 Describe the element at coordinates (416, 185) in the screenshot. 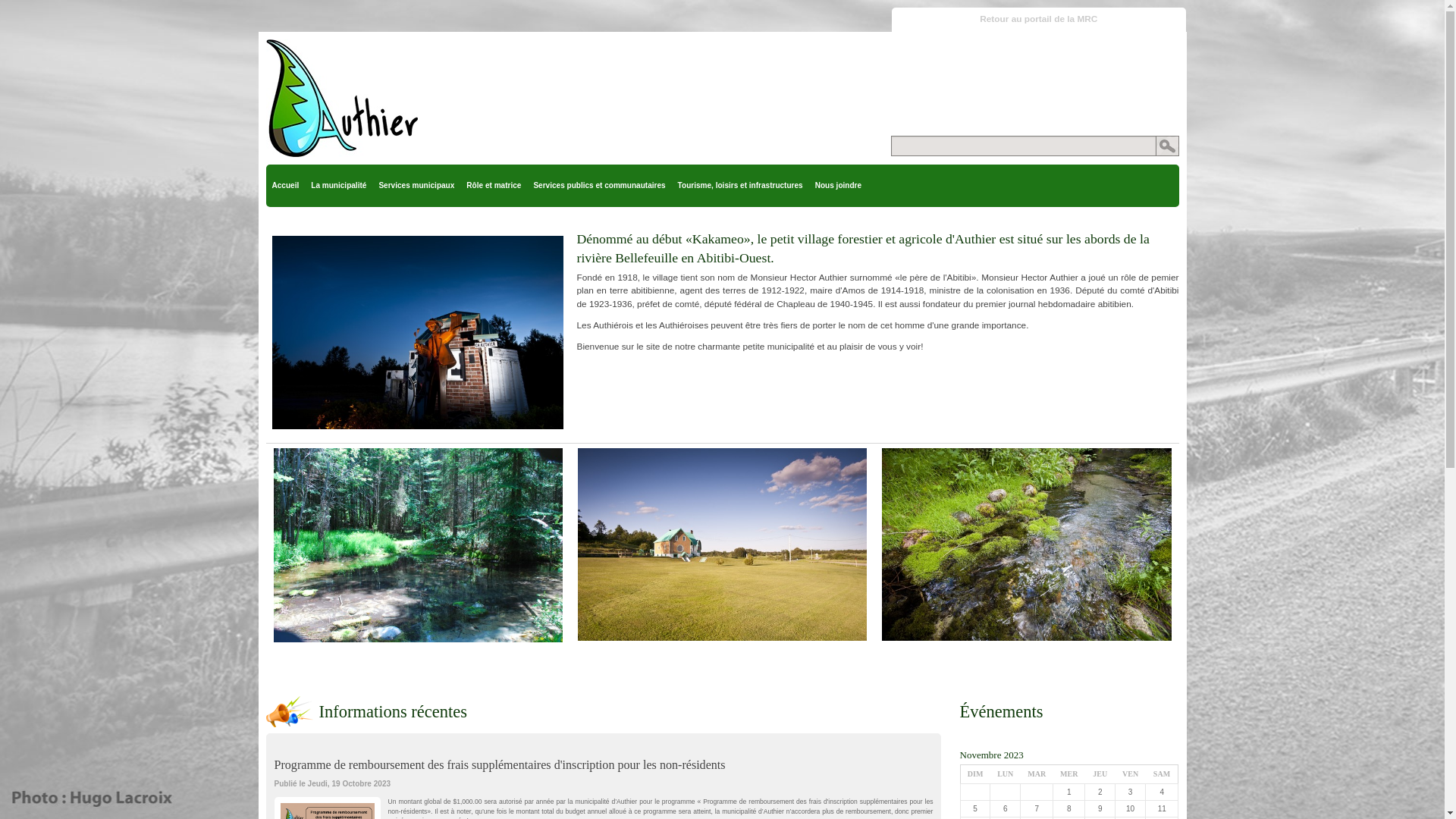

I see `'Services municipaux'` at that location.